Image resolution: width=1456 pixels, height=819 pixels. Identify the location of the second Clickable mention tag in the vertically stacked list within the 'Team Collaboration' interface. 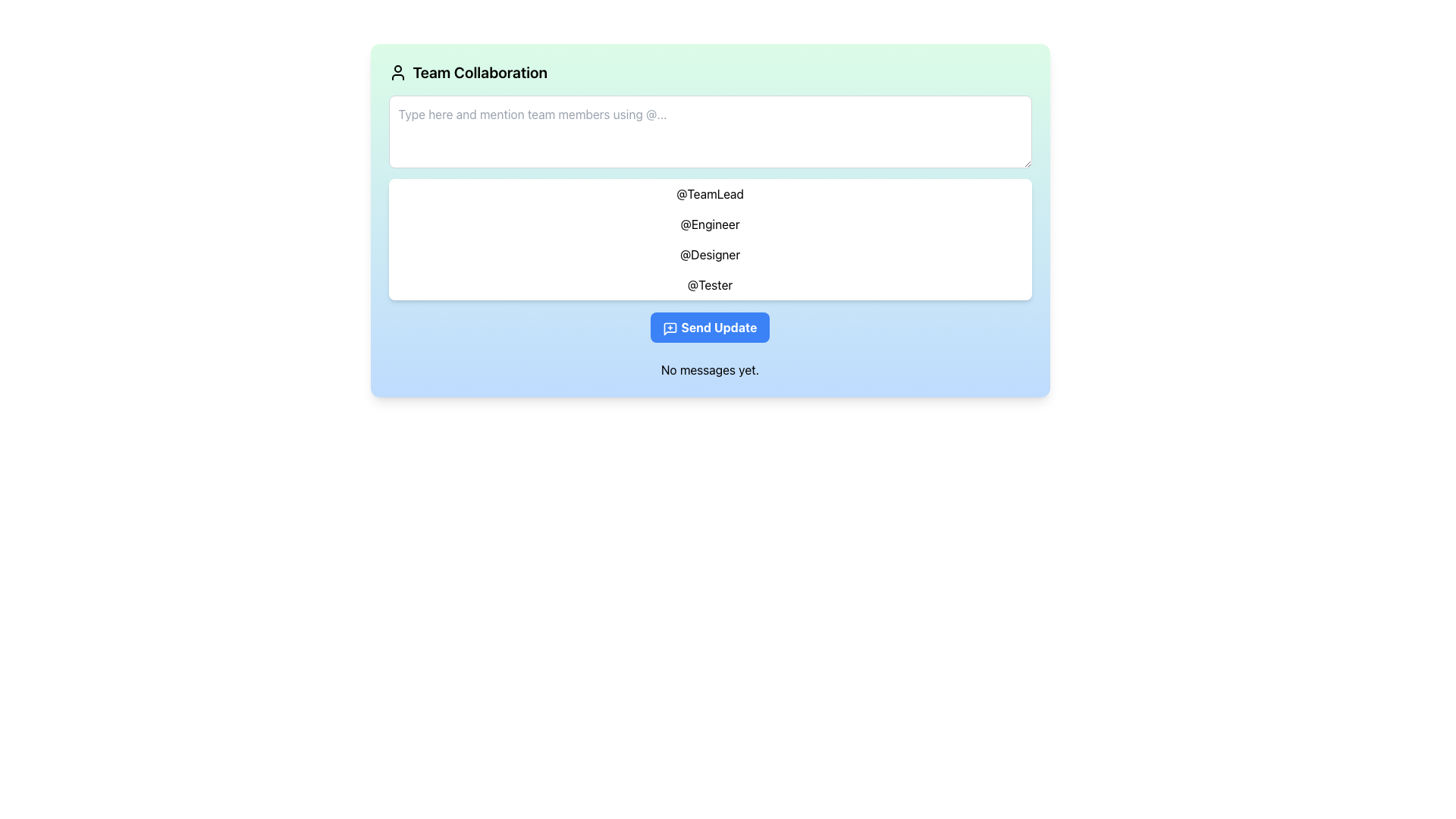
(709, 224).